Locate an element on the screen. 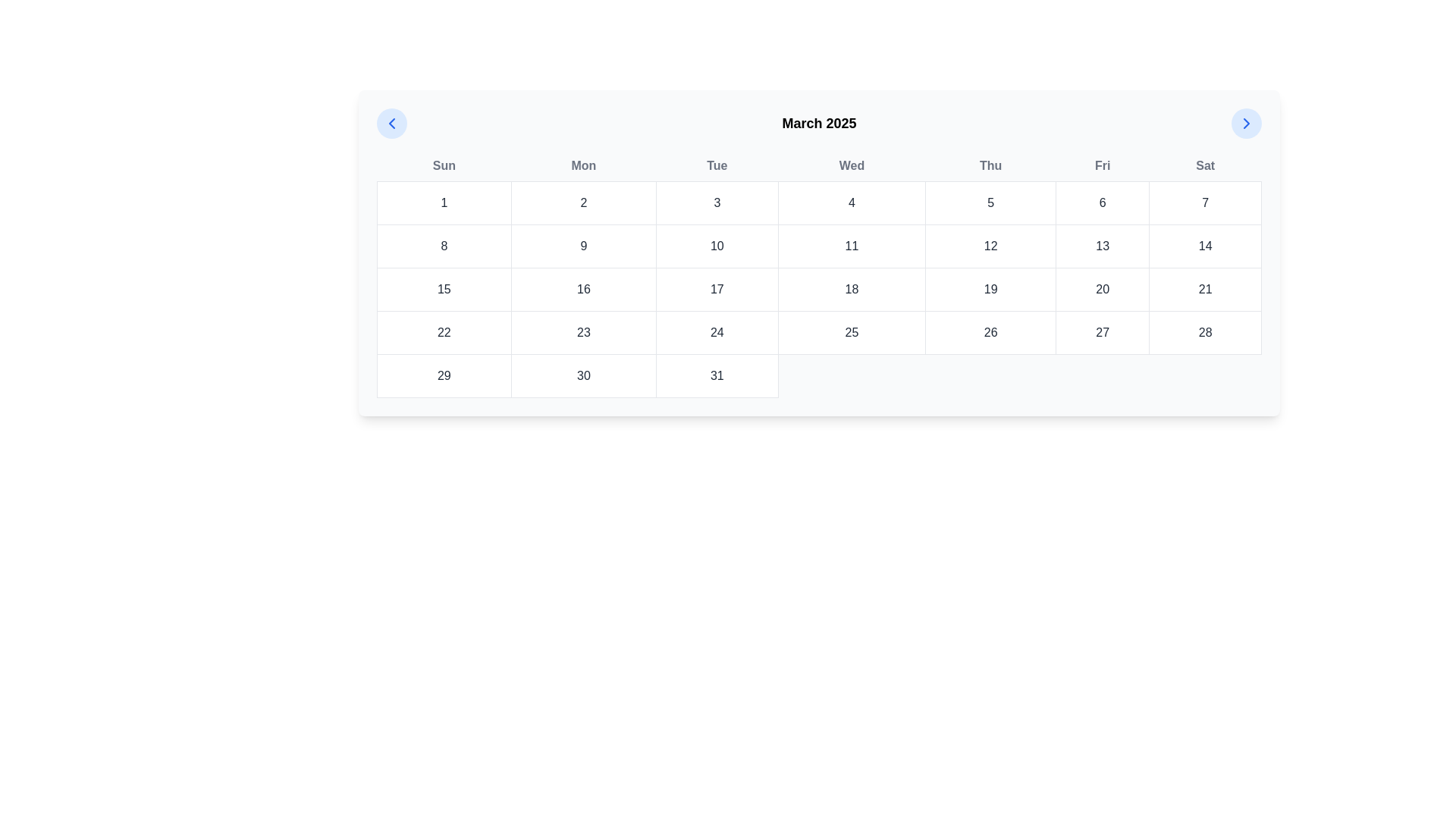  the button-like clickable calendar cell displaying the number '22', which is located in the first cell of the fourth row of the calendar grid is located at coordinates (443, 332).